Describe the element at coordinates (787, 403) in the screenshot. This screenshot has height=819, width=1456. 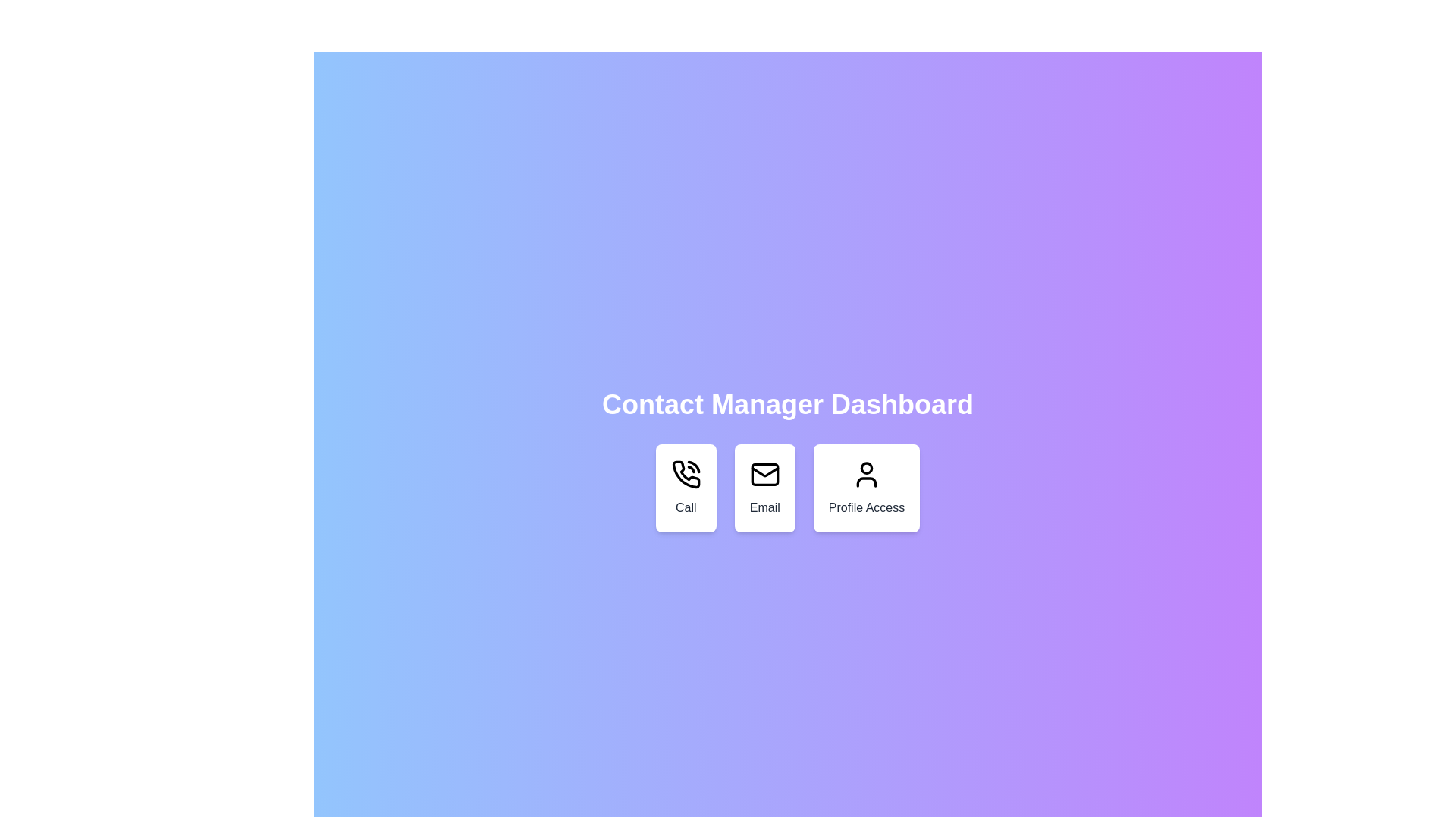
I see `the prominent header label that indicates the title or purpose of the interface, located at the center-top above the action buttons 'Call', 'Email', and 'Profile Access'` at that location.